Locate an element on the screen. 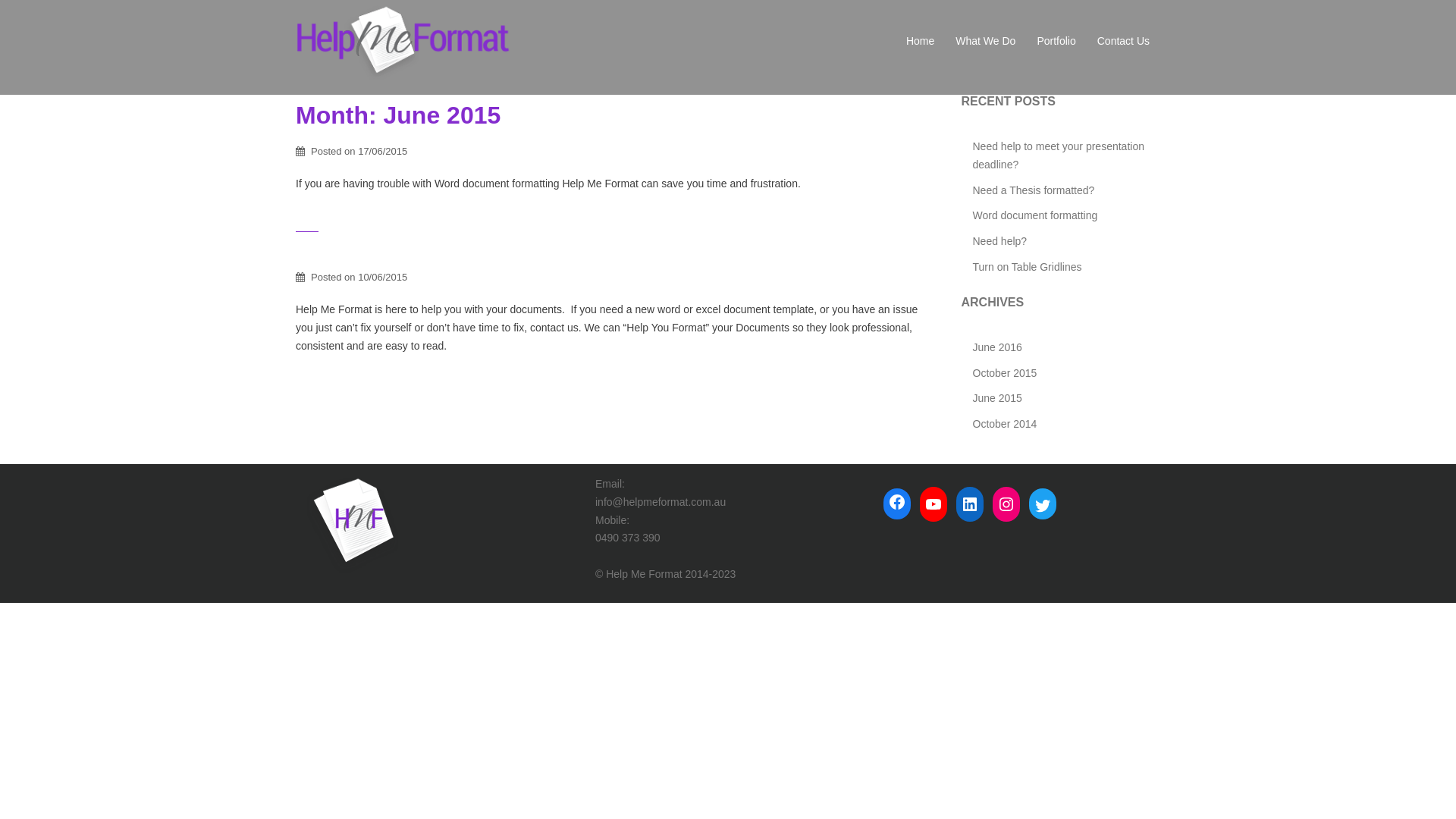  'June 2015' is located at coordinates (971, 397).